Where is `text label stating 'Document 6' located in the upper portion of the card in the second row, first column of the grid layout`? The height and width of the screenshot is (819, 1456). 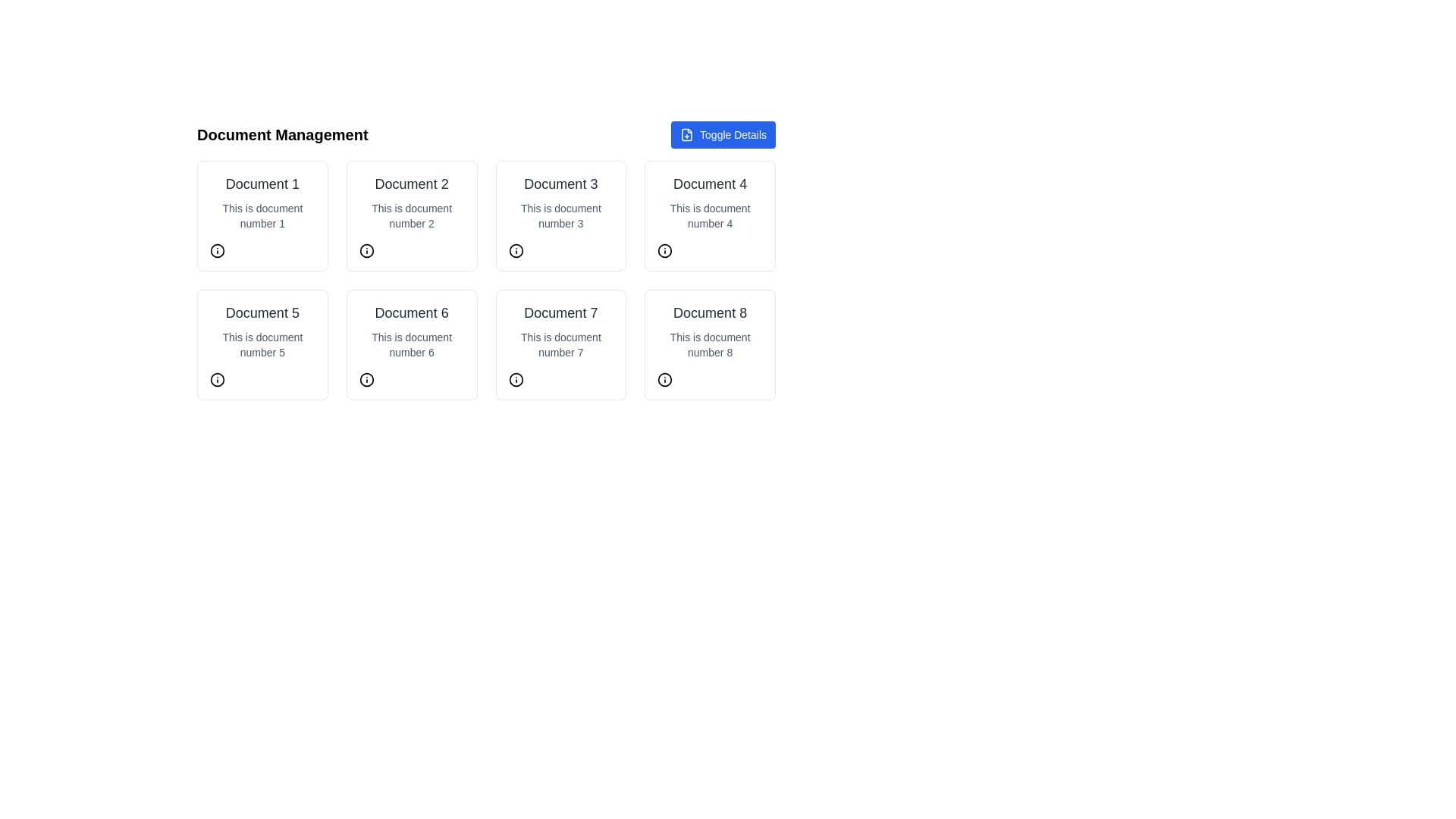
text label stating 'Document 6' located in the upper portion of the card in the second row, first column of the grid layout is located at coordinates (412, 312).